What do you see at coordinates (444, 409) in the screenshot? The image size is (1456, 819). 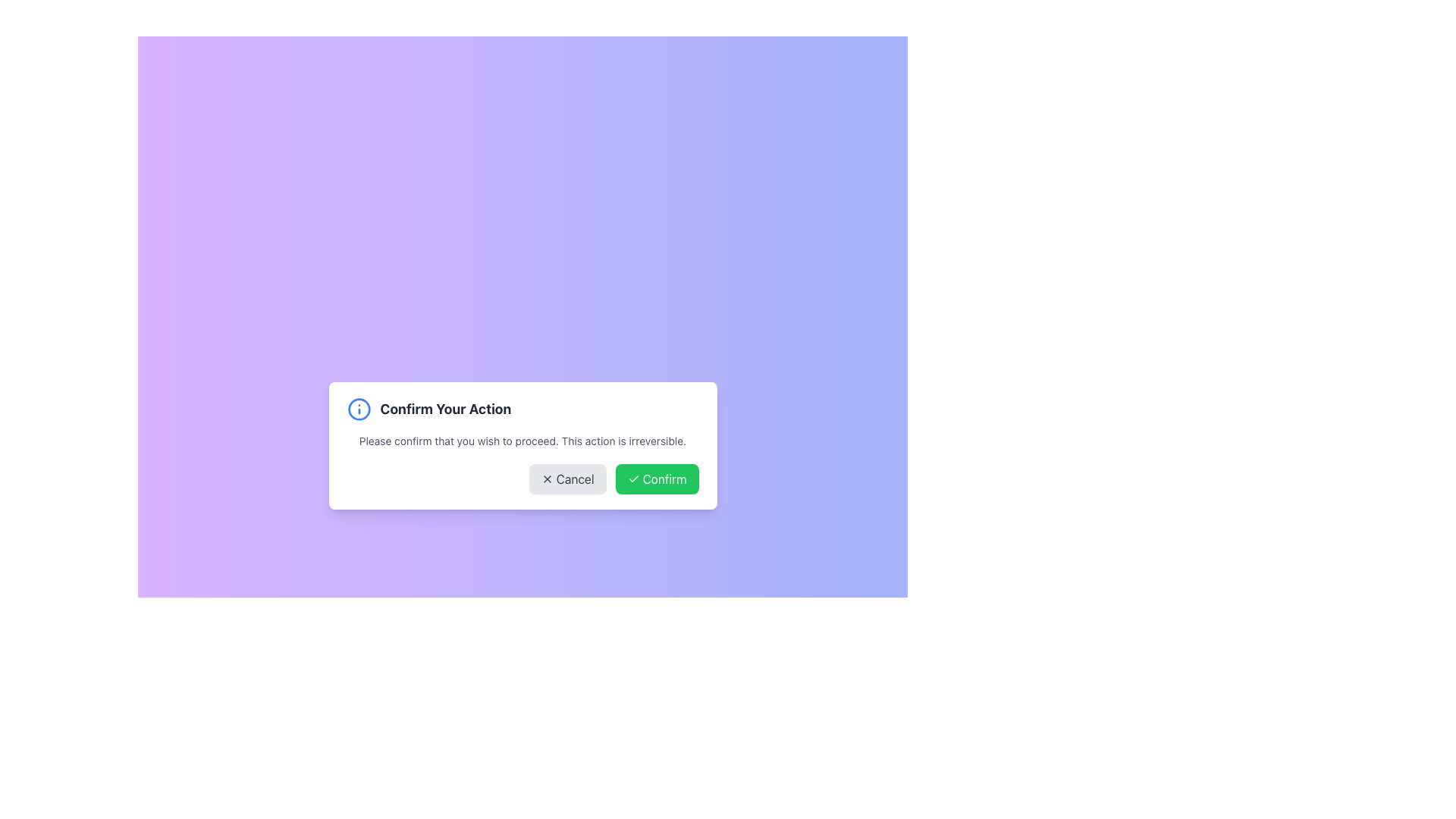 I see `header text of the modal dialog, which is centrally positioned to the right of the circular blue informational icon` at bounding box center [444, 409].